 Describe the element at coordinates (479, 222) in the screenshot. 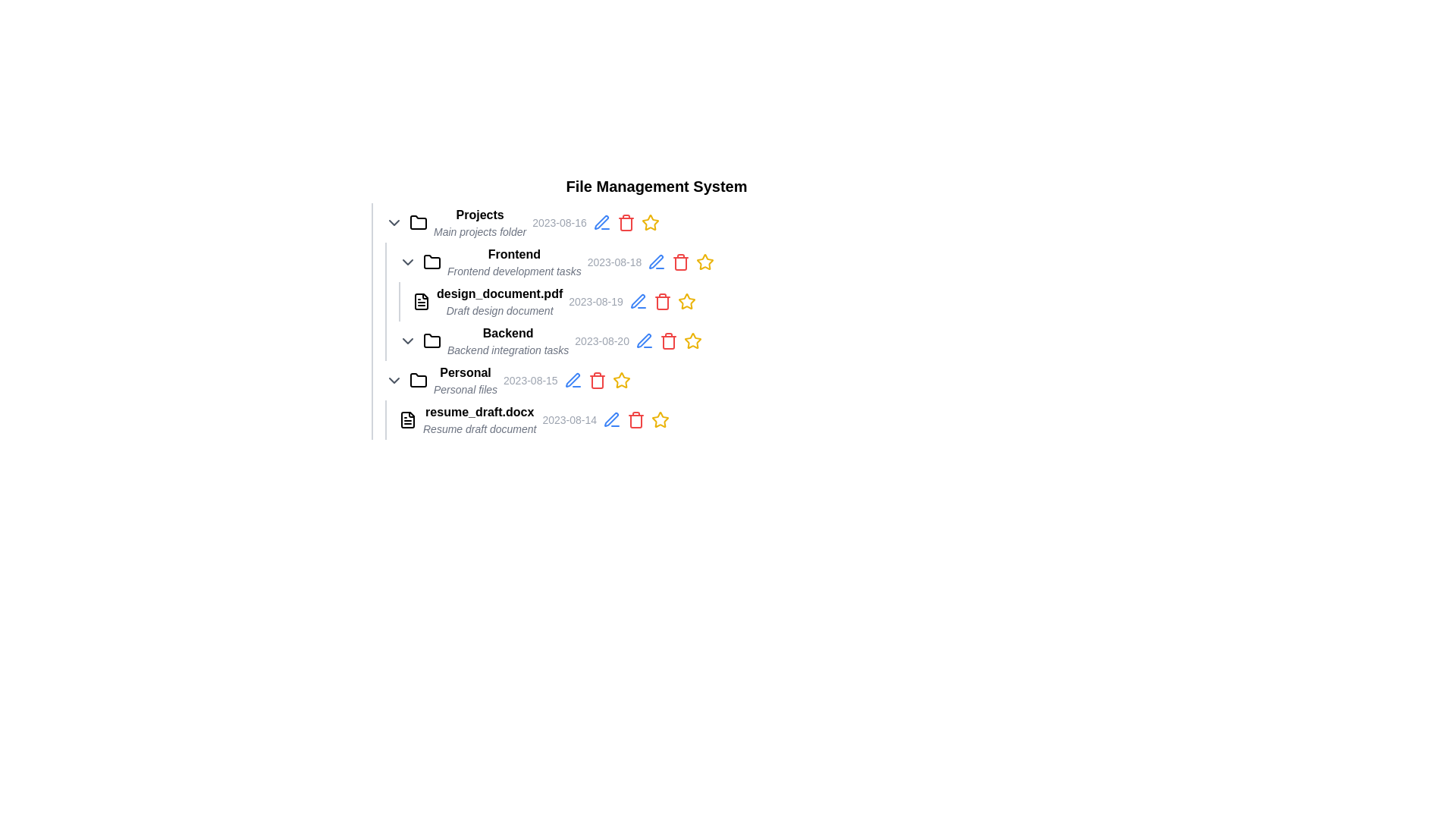

I see `the top-level Text label displaying the folder name and description` at that location.